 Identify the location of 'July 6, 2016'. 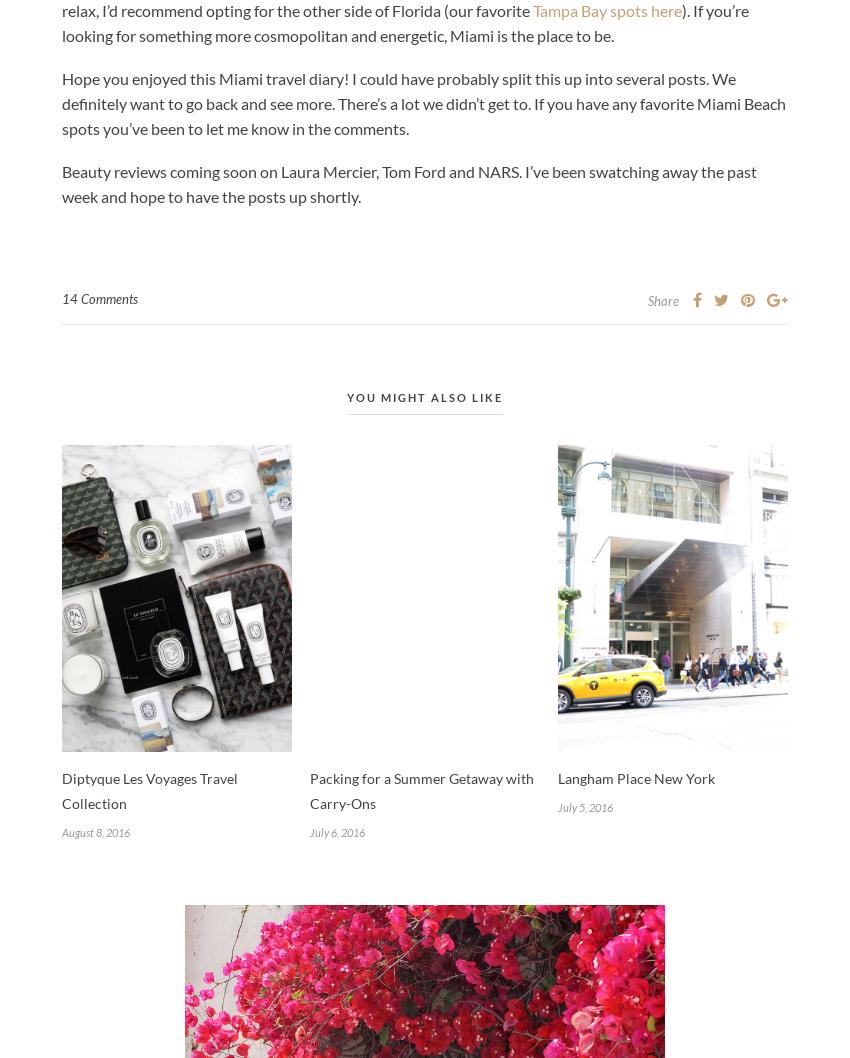
(309, 830).